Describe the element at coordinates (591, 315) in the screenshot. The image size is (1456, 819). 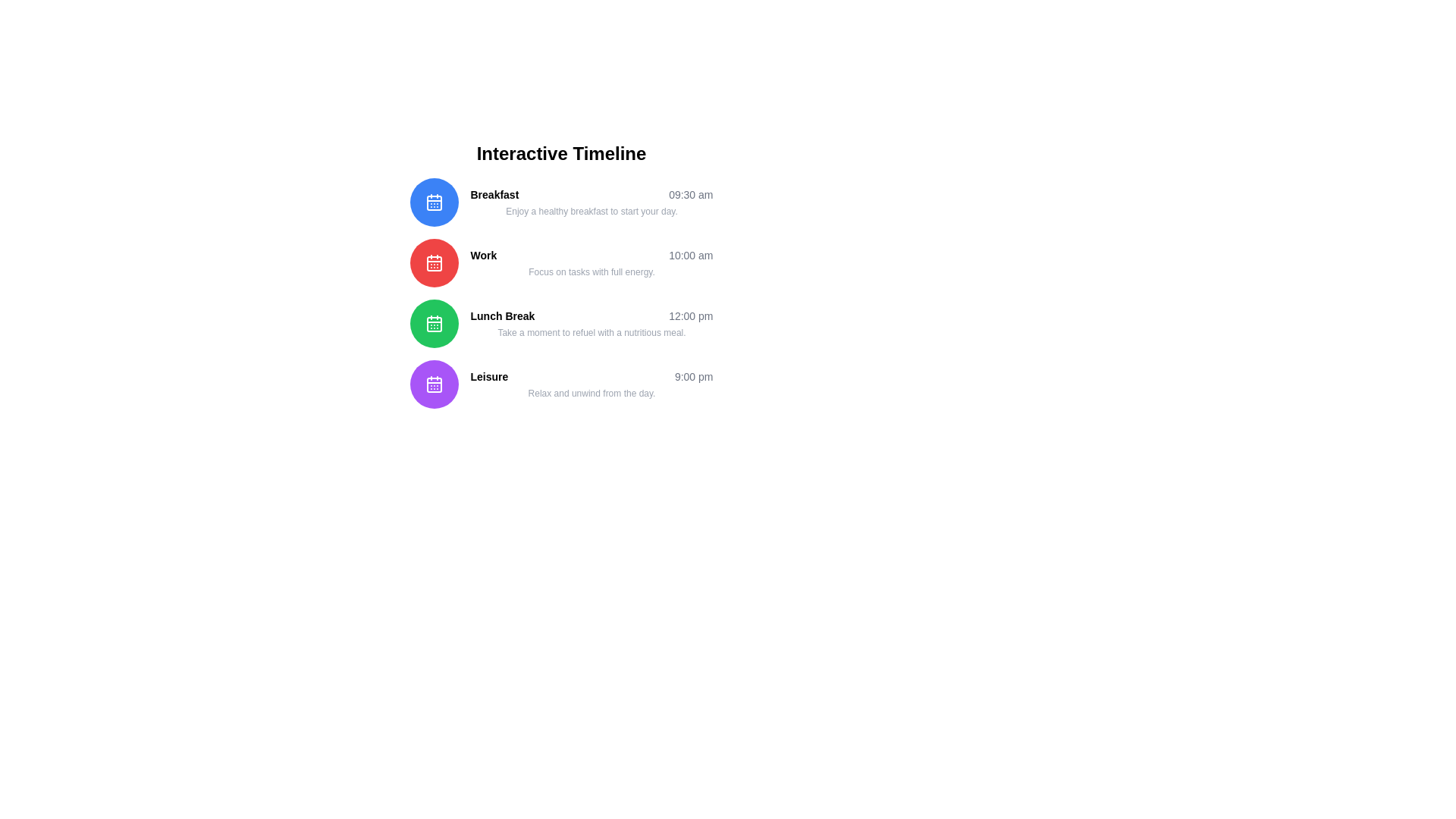
I see `it` at that location.